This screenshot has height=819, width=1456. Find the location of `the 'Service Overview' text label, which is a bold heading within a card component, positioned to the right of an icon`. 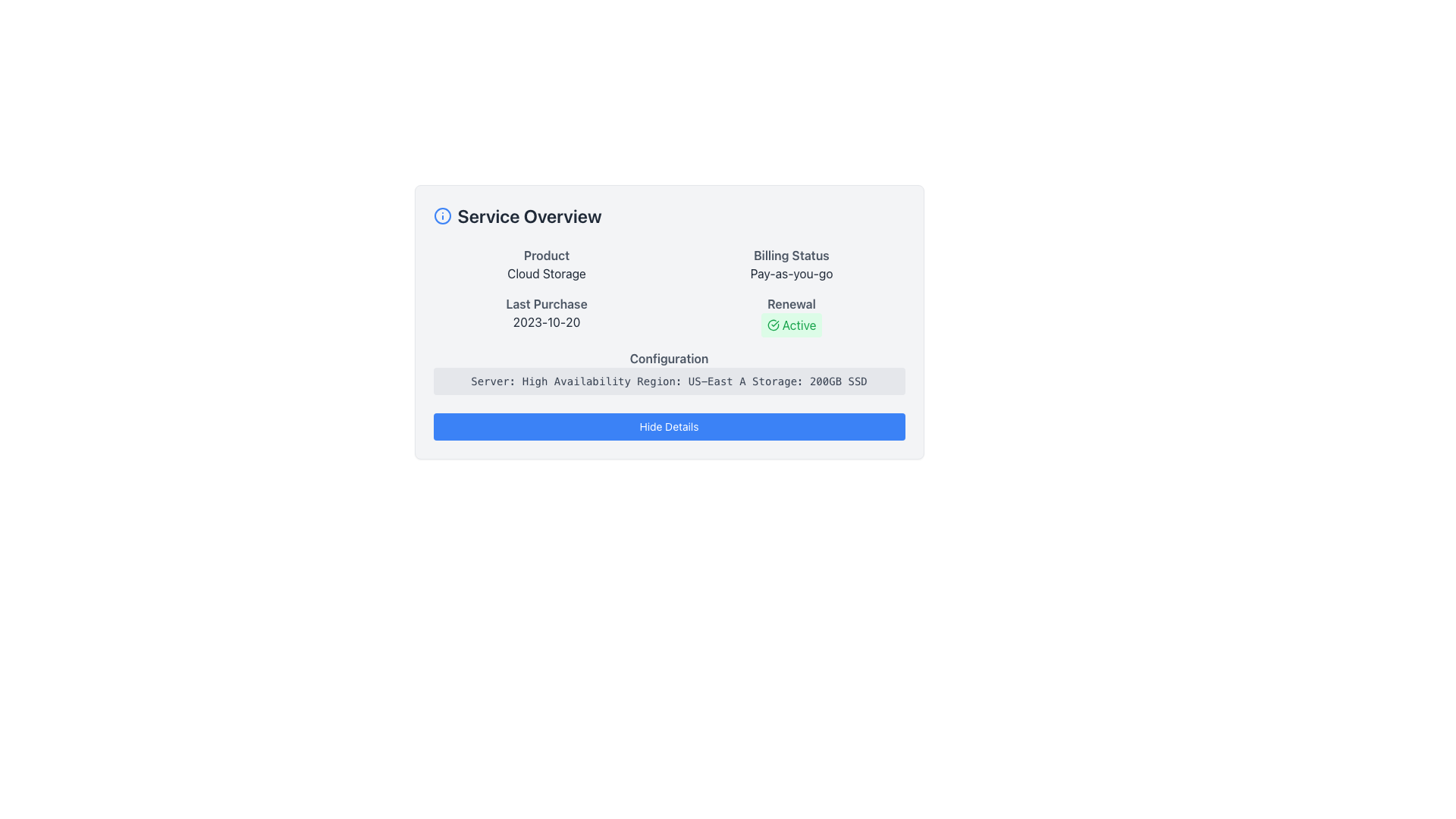

the 'Service Overview' text label, which is a bold heading within a card component, positioned to the right of an icon is located at coordinates (529, 216).